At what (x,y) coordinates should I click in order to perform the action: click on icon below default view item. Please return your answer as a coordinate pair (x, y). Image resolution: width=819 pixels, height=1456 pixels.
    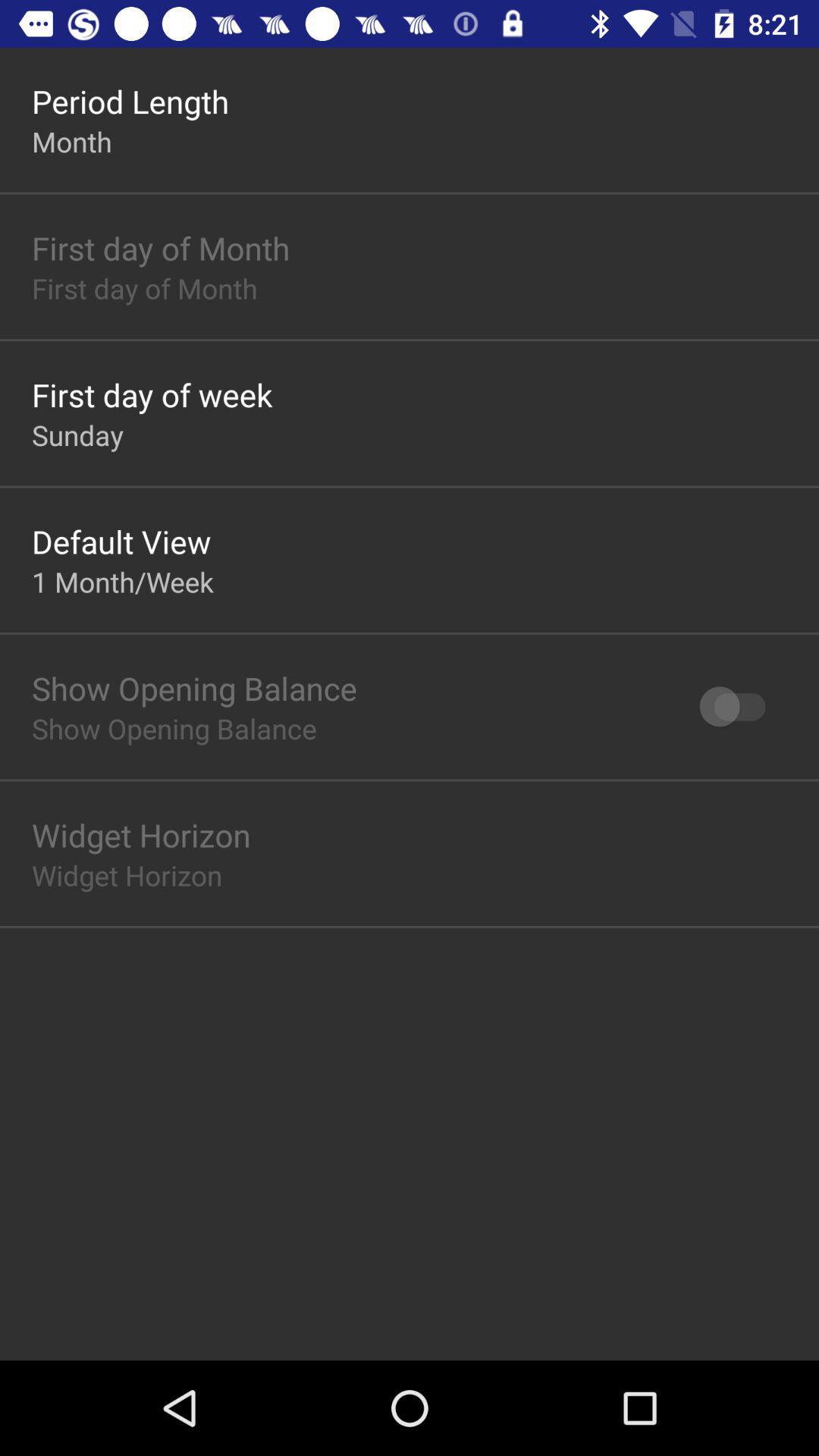
    Looking at the image, I should click on (122, 581).